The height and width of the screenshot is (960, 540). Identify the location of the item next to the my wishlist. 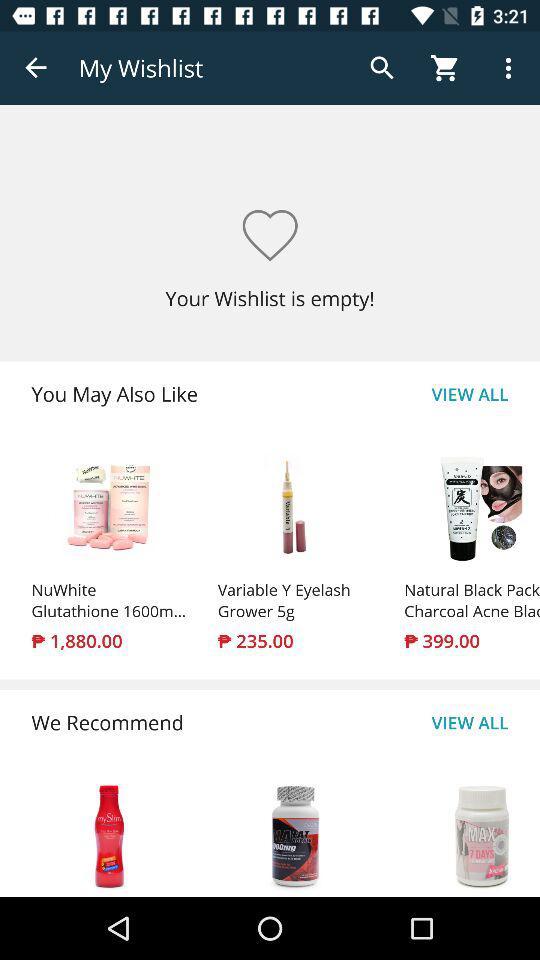
(36, 68).